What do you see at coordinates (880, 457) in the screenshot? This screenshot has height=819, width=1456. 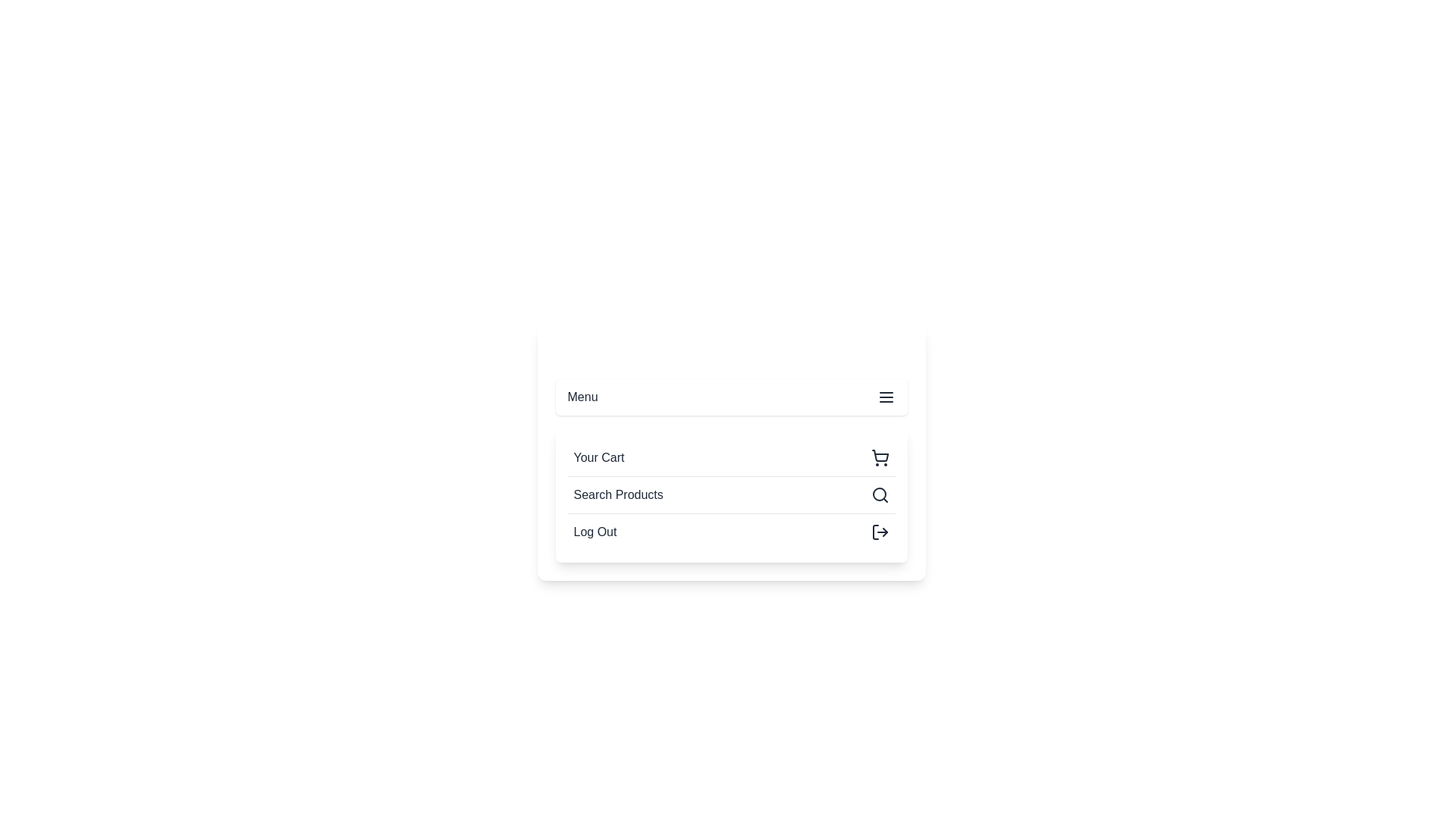 I see `the cart icon element located to the far right of the 'Your Cart' text` at bounding box center [880, 457].